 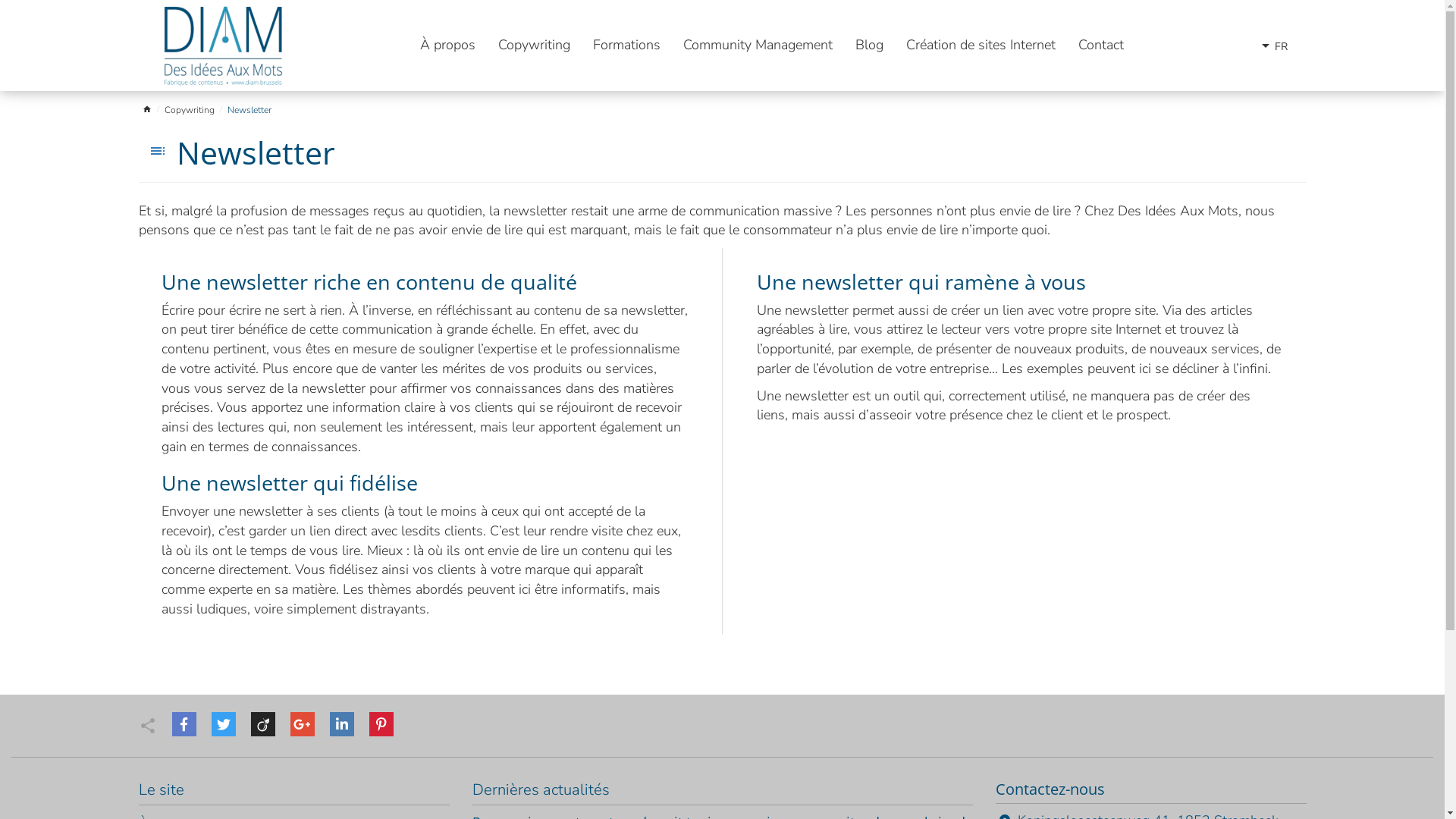 I want to click on 'Pinterest', so click(x=381, y=723).